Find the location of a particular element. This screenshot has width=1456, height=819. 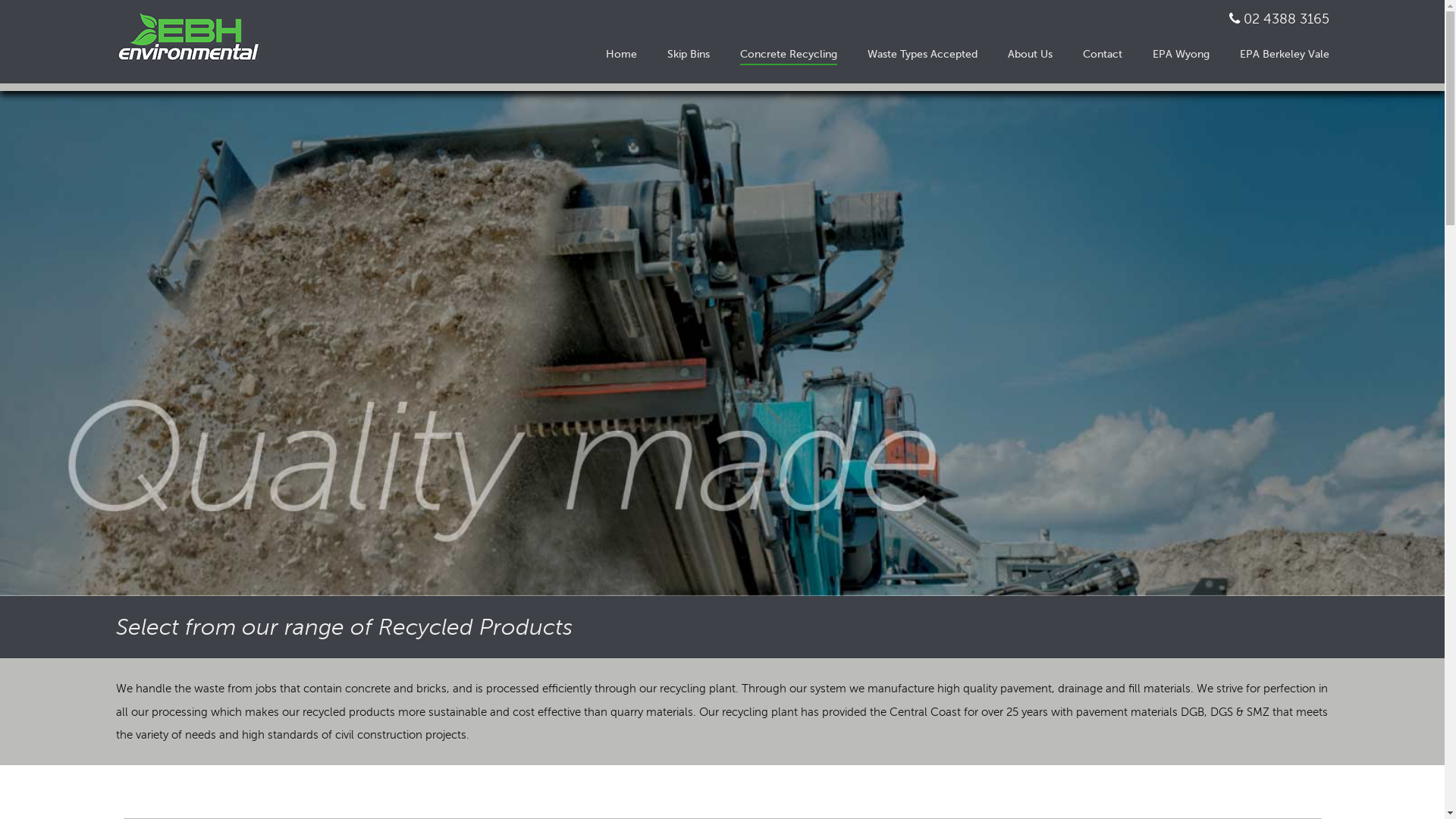

'Concrete Recycling' is located at coordinates (789, 54).